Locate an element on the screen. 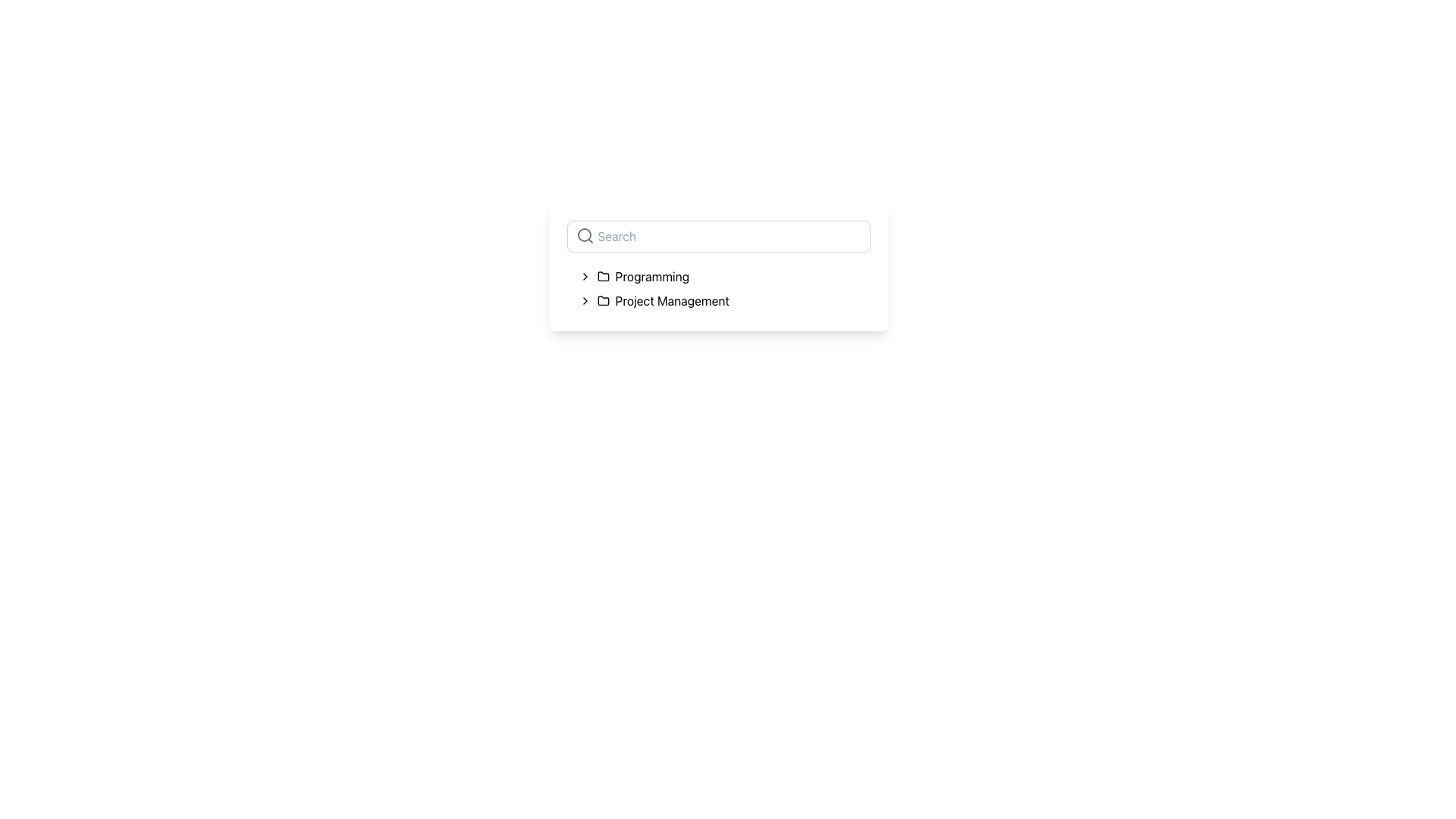  the Chevron icon located on the far left of the 'Project Management' section is located at coordinates (584, 301).